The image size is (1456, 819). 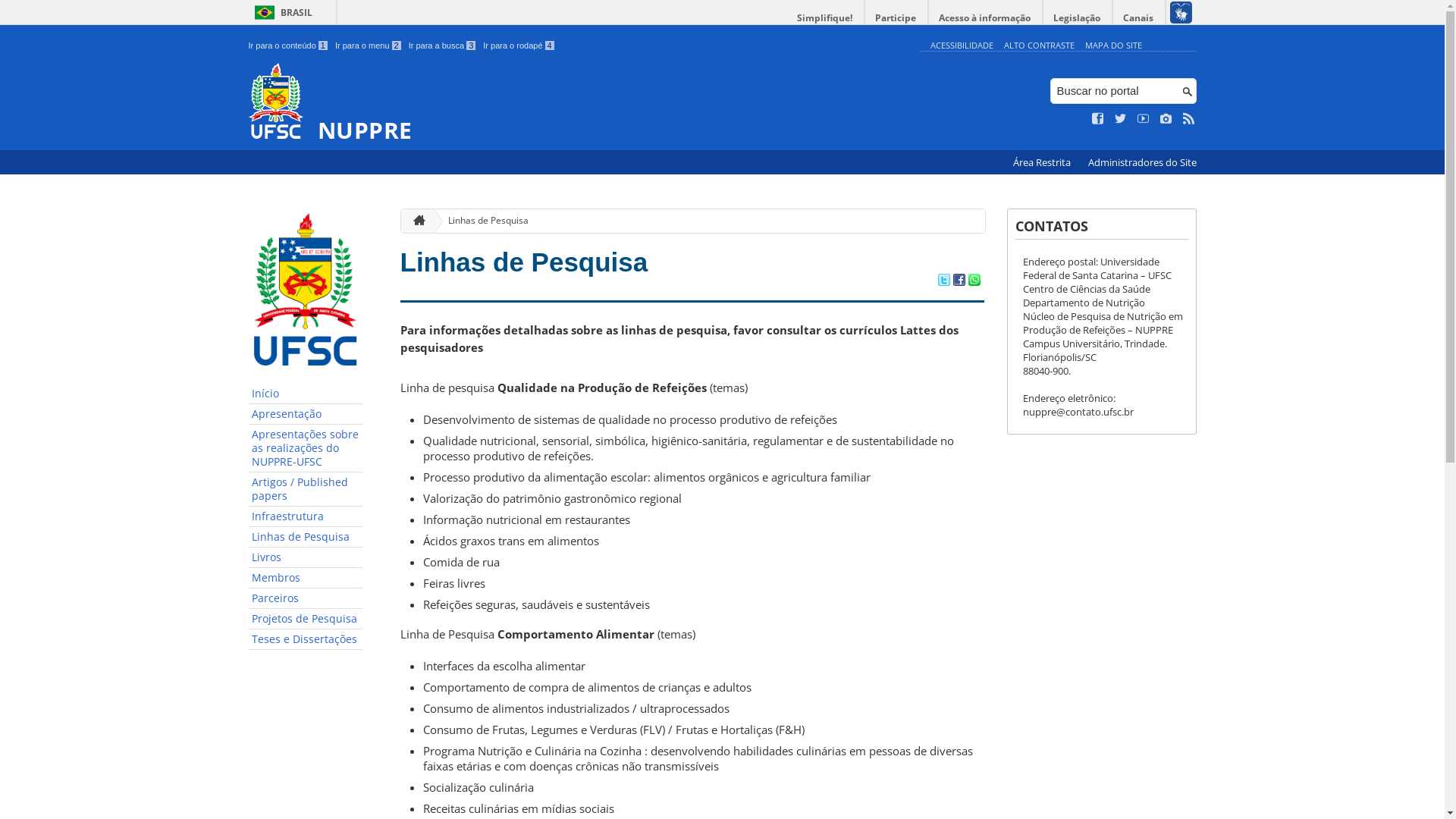 What do you see at coordinates (305, 557) in the screenshot?
I see `'Livros'` at bounding box center [305, 557].